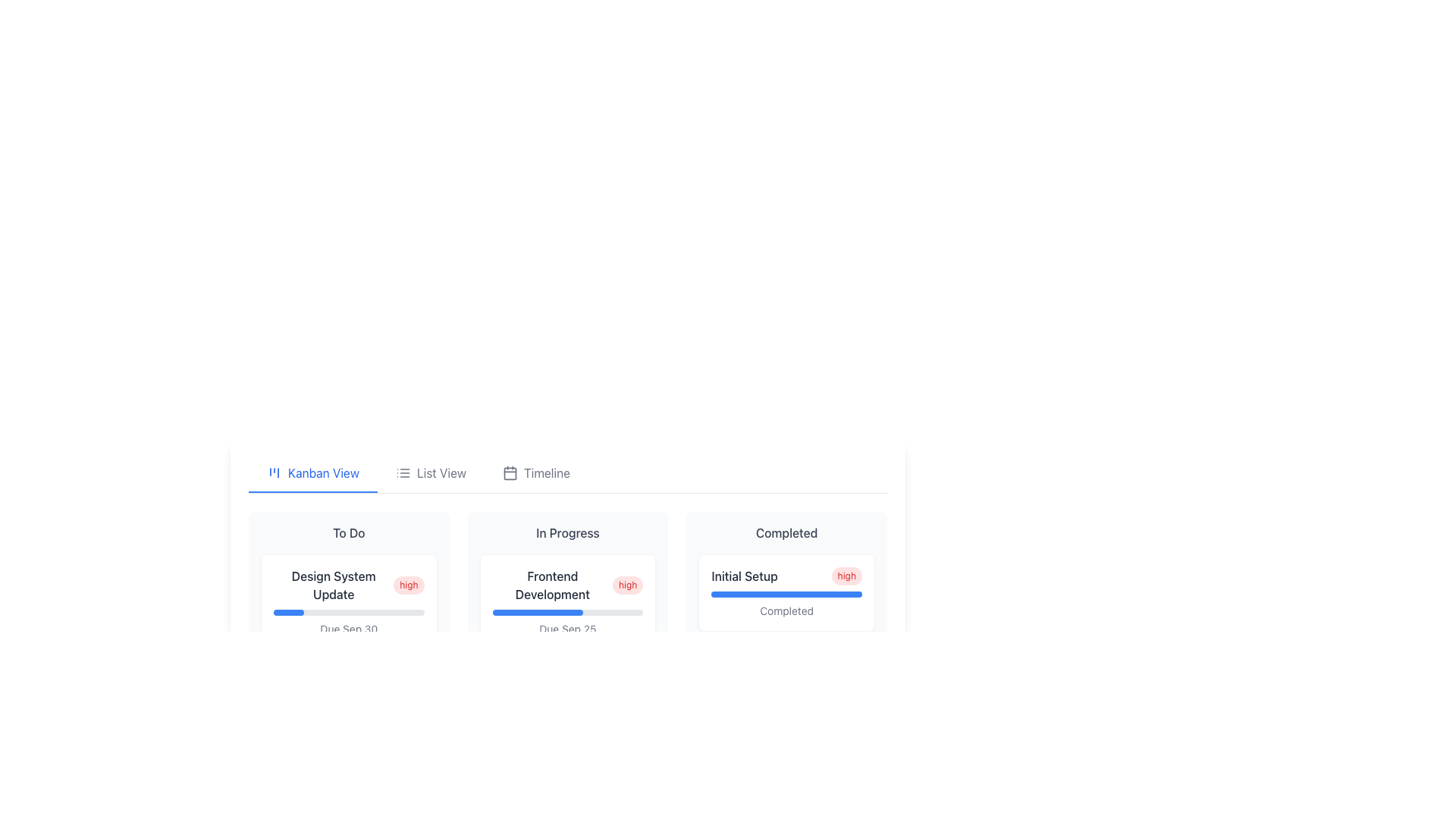 The height and width of the screenshot is (819, 1456). What do you see at coordinates (538, 611) in the screenshot?
I see `the progress bar filled to 60% within the 'Frontend Development' card located above the text 'Due Sep 25'` at bounding box center [538, 611].